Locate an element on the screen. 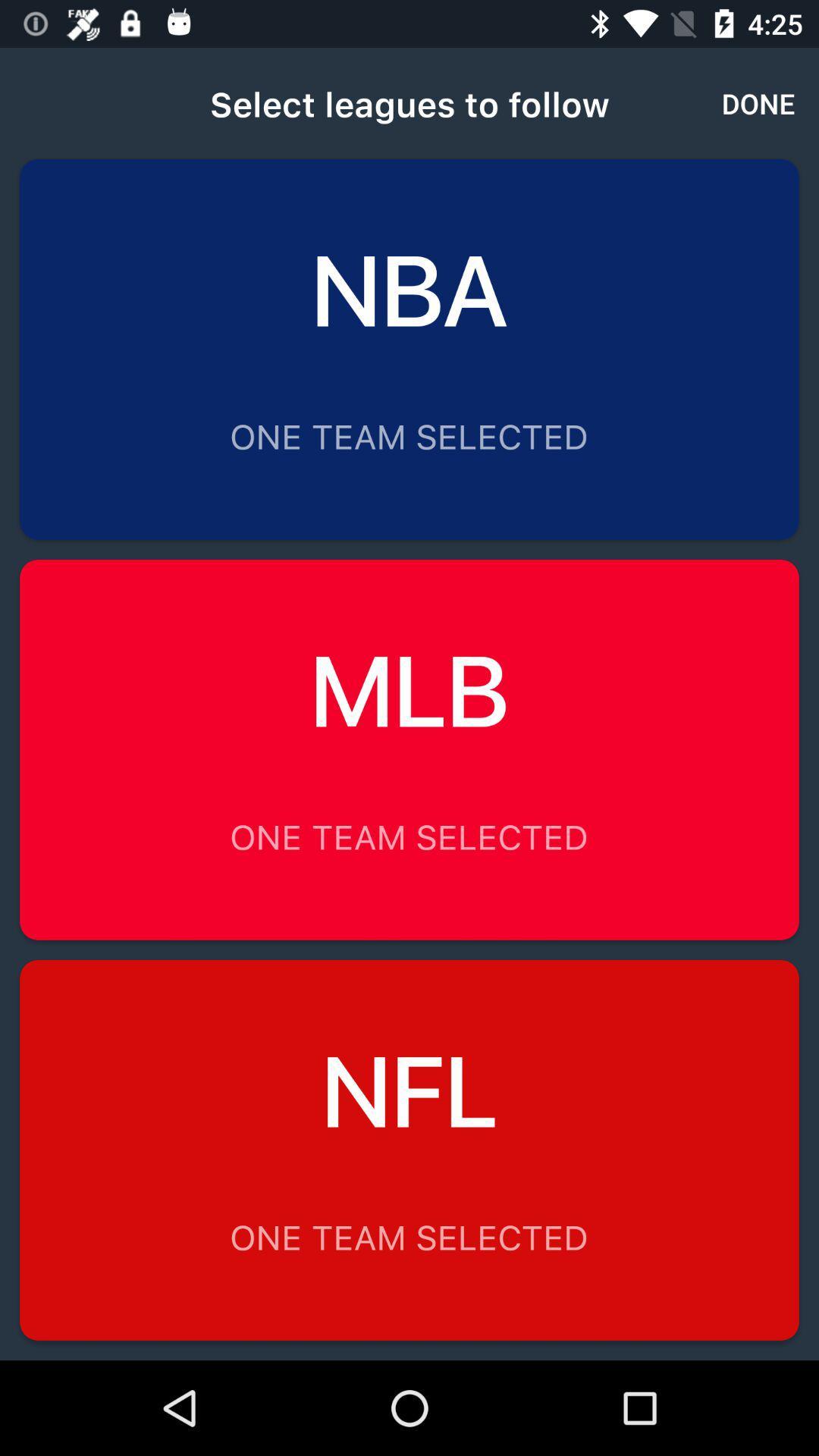 Image resolution: width=819 pixels, height=1456 pixels. the done item is located at coordinates (758, 102).